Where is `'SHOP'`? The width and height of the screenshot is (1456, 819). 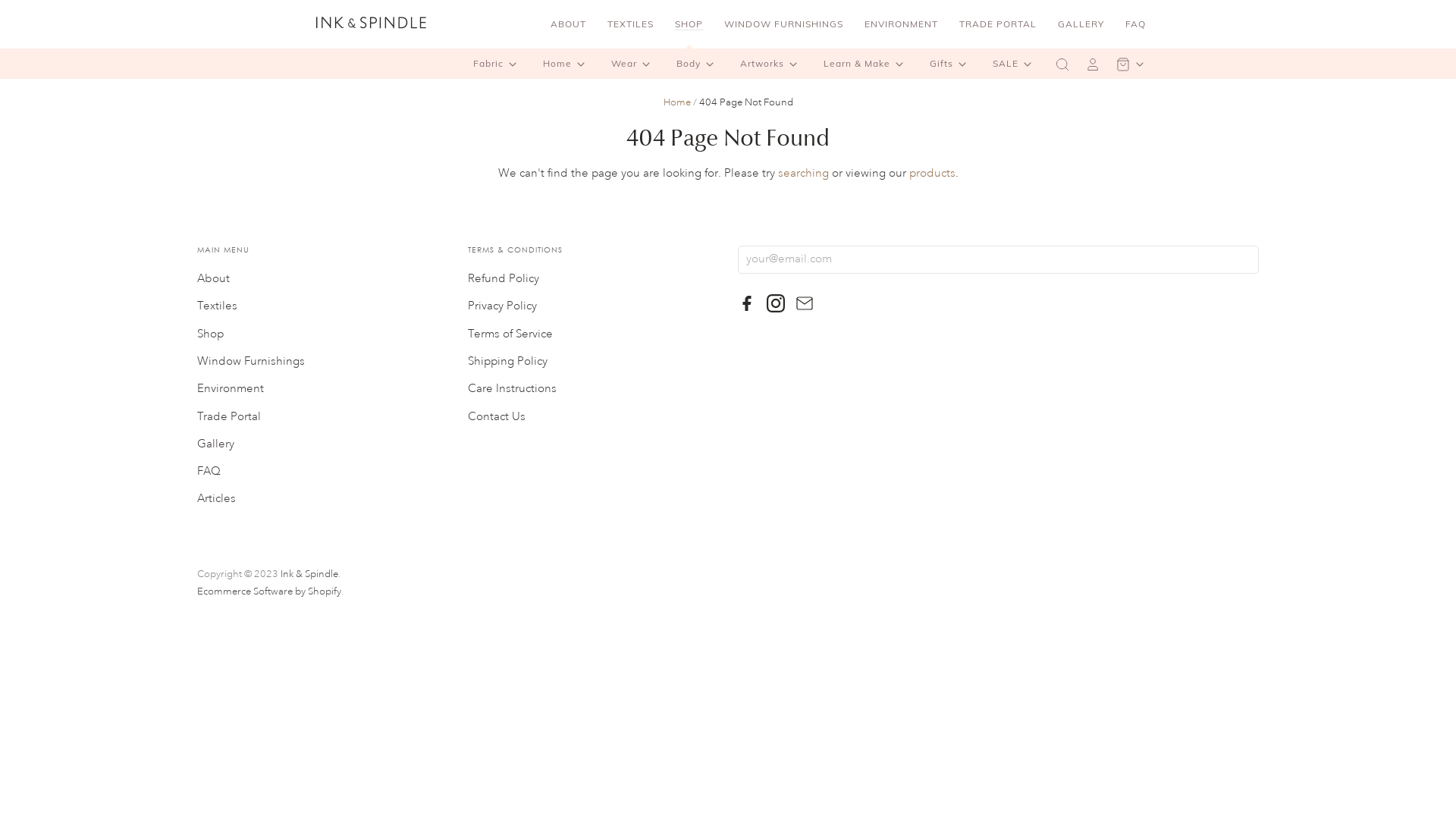 'SHOP' is located at coordinates (688, 24).